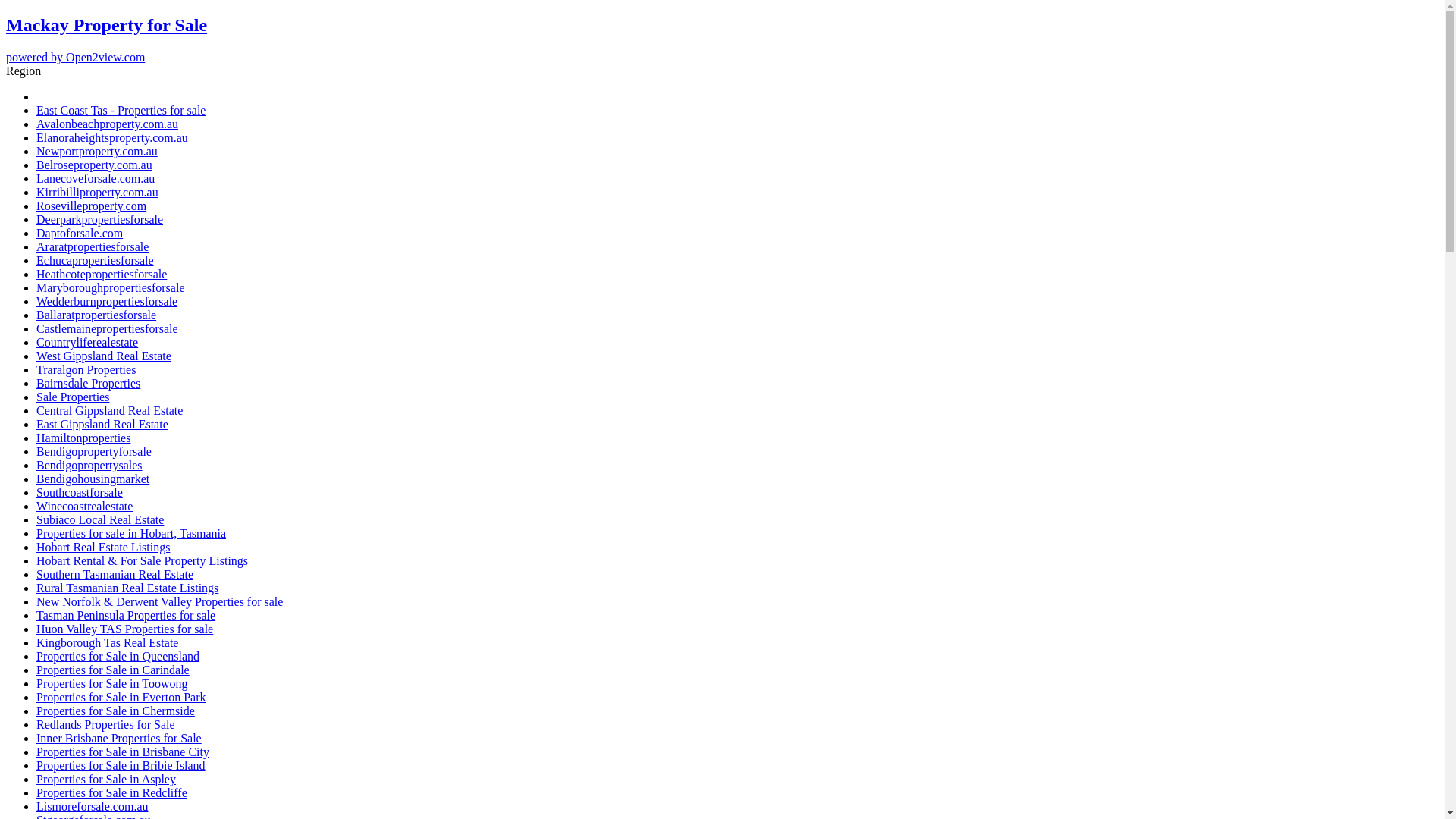 The image size is (1456, 819). Describe the element at coordinates (111, 792) in the screenshot. I see `'Properties for Sale in Redcliffe'` at that location.